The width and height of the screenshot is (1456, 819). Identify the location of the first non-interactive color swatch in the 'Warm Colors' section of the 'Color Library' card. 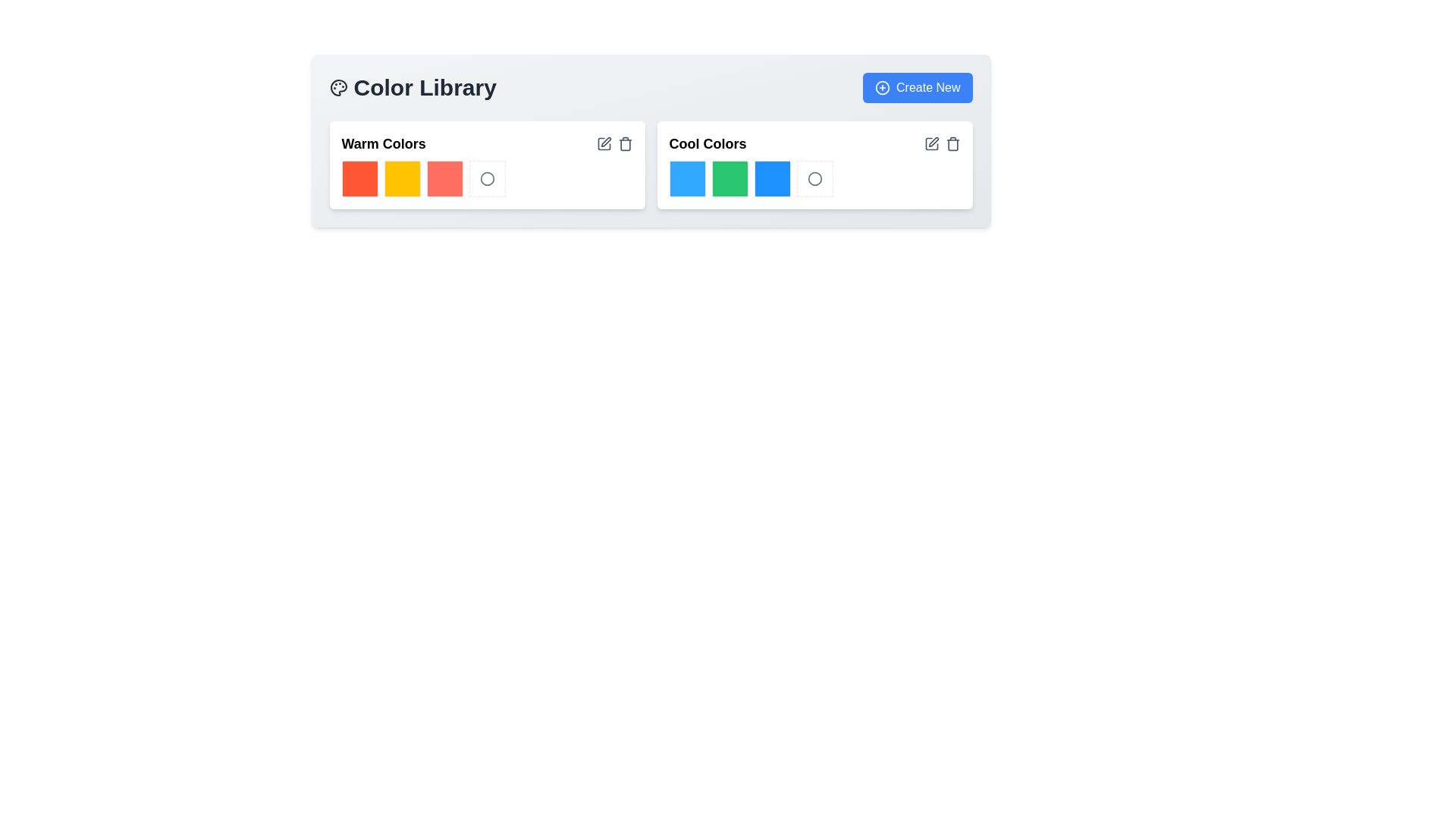
(359, 177).